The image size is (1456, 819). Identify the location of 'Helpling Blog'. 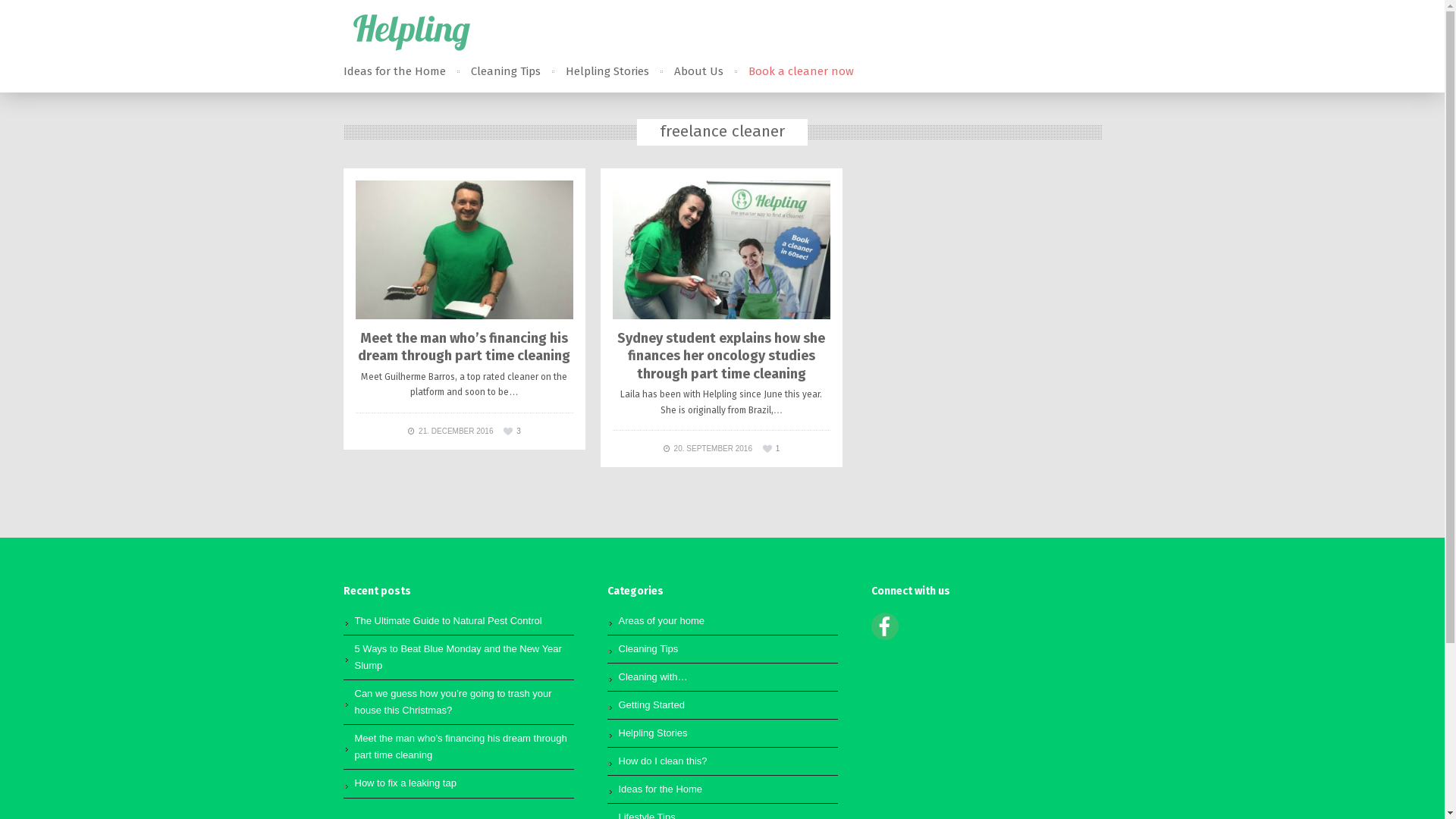
(411, 32).